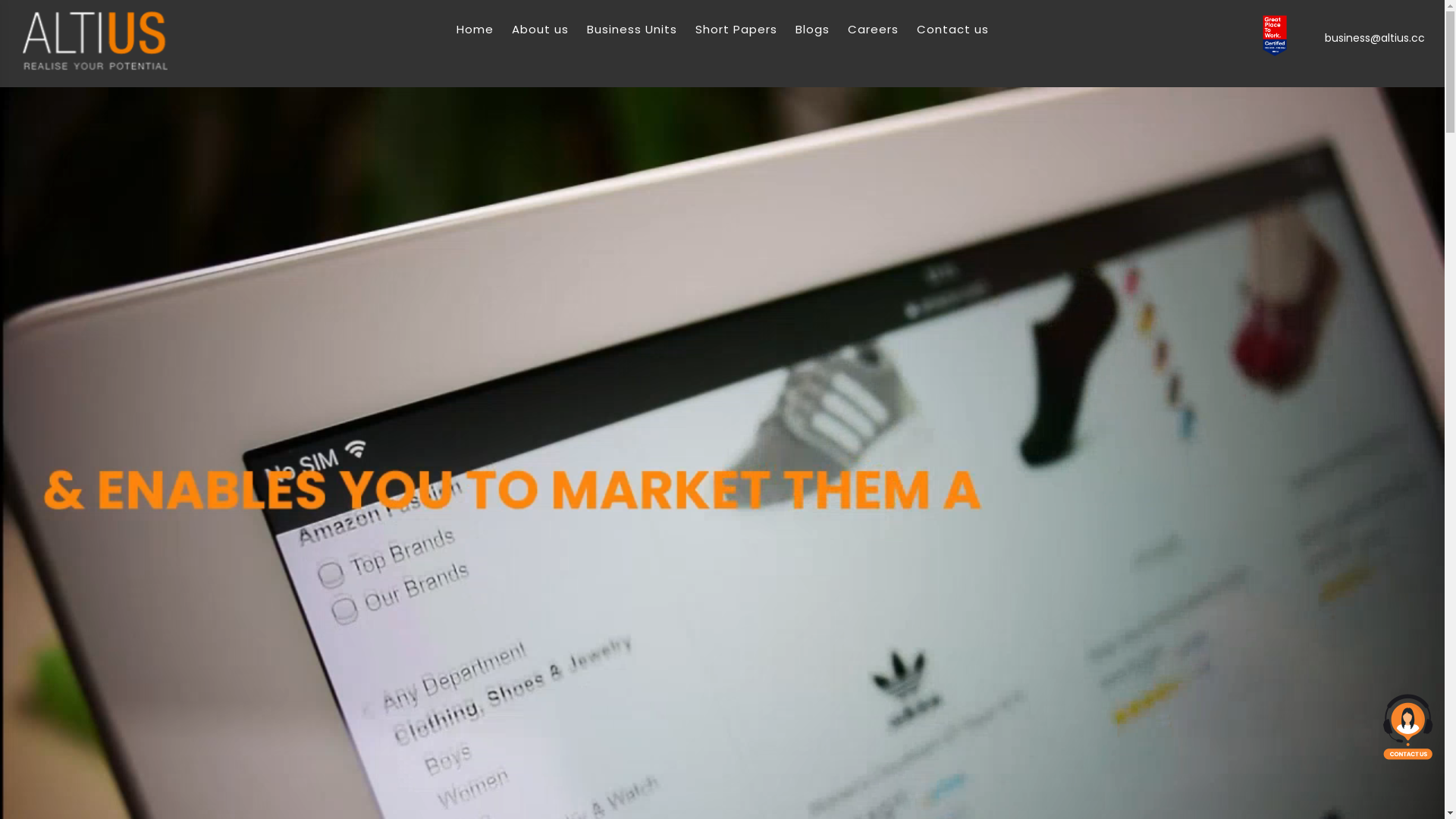 The height and width of the screenshot is (819, 1456). Describe the element at coordinates (1320, 37) in the screenshot. I see `'business@altius.cc'` at that location.